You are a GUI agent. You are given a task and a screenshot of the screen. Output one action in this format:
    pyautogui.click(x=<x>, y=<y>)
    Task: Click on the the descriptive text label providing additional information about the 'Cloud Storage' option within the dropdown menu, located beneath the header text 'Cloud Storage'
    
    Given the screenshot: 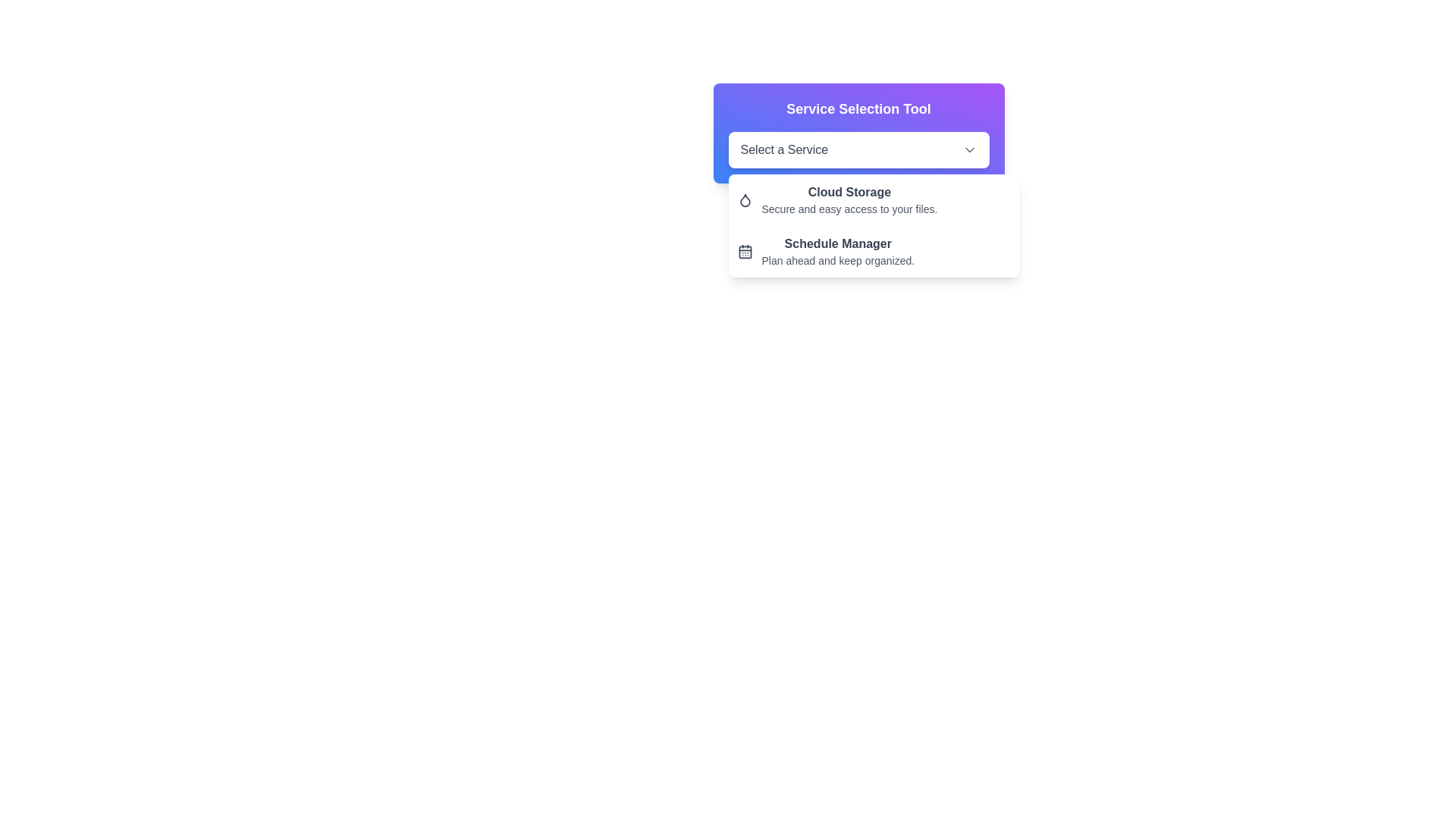 What is the action you would take?
    pyautogui.click(x=849, y=209)
    